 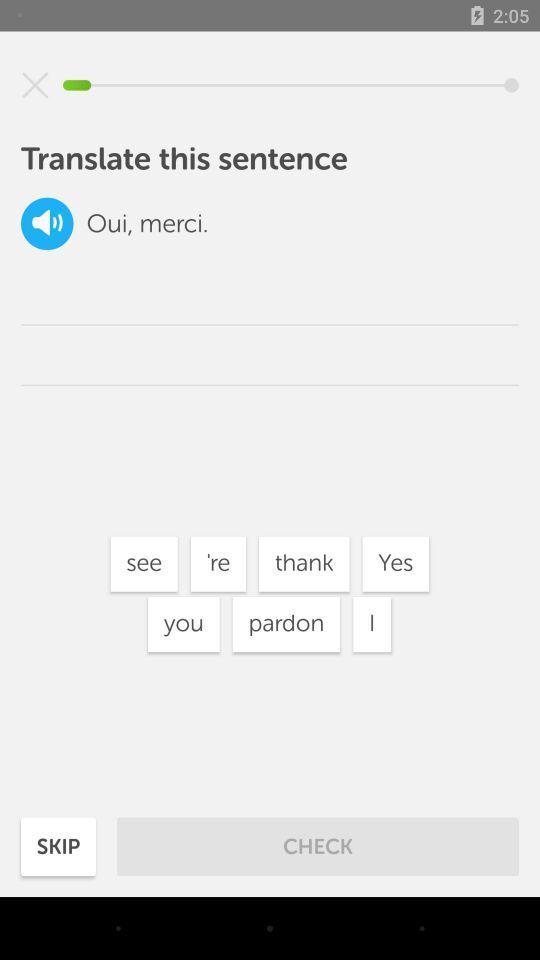 I want to click on text, so click(x=47, y=223).